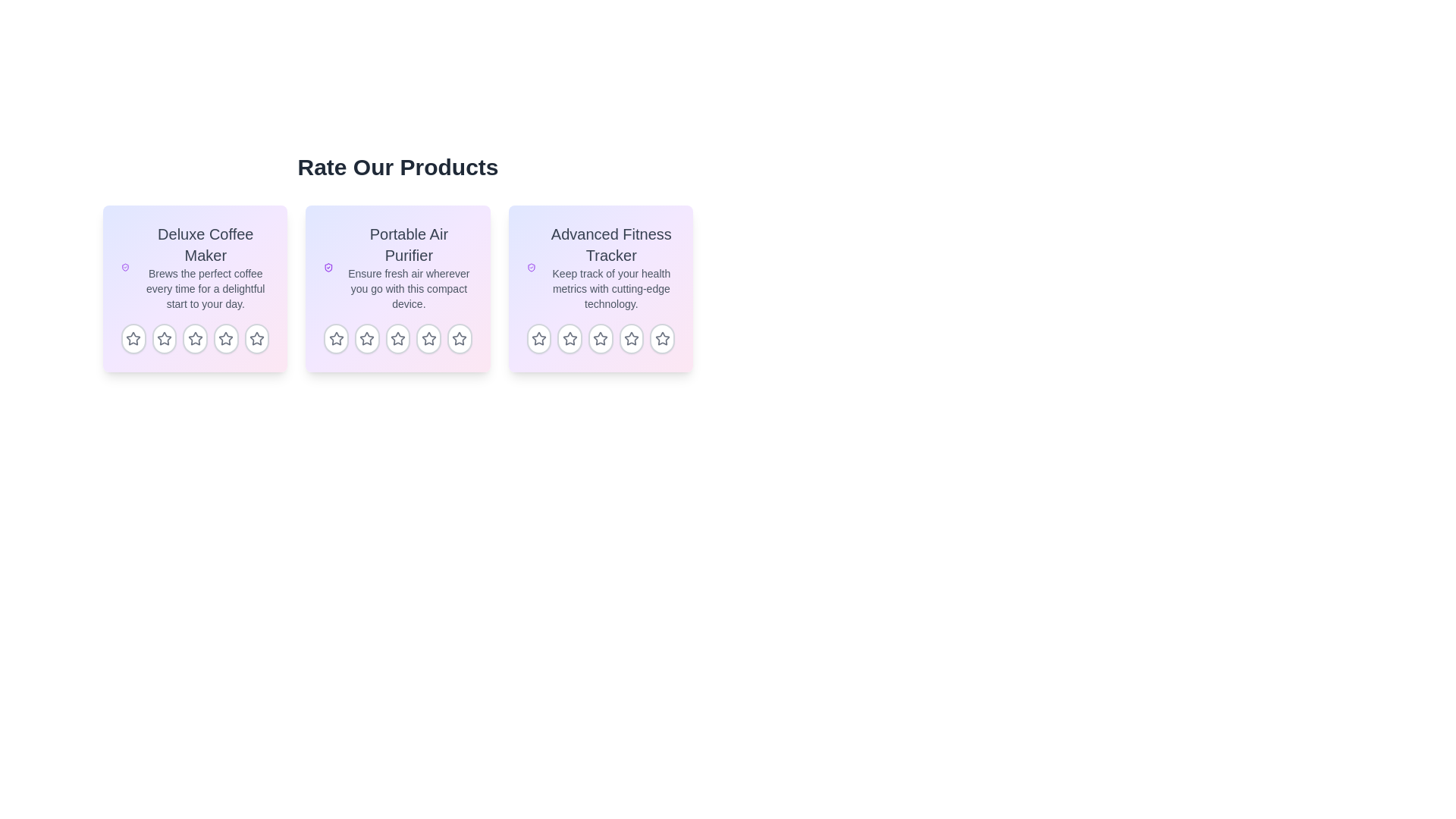 This screenshot has width=1456, height=819. What do you see at coordinates (531, 267) in the screenshot?
I see `the purple-colored shield icon with a checkmark located in the top-left corner of the 'Advanced Fitness Tracker' card` at bounding box center [531, 267].